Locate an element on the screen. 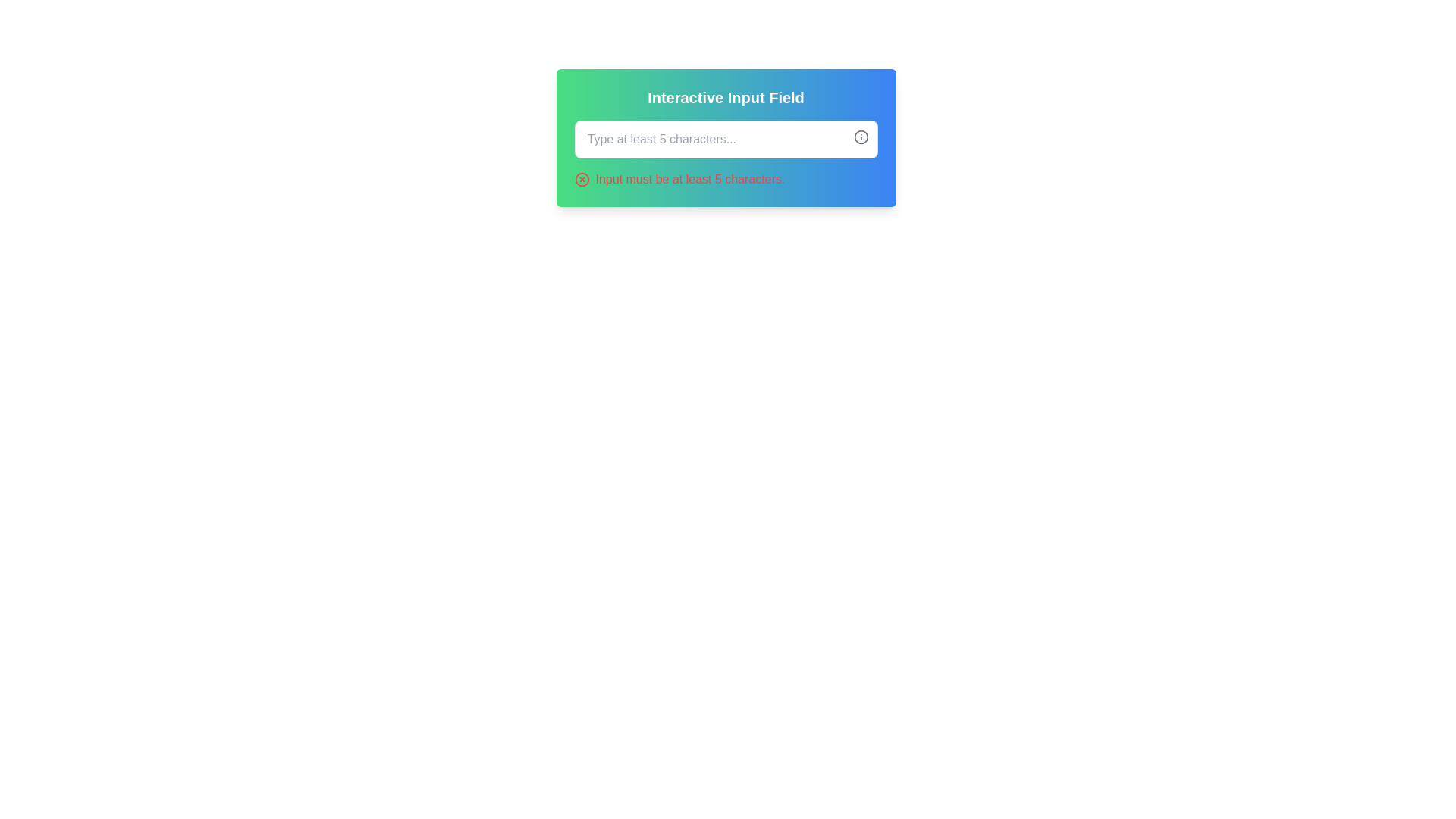  the interactive information icon styled in gray located at the top-right corner of the input field is located at coordinates (861, 137).